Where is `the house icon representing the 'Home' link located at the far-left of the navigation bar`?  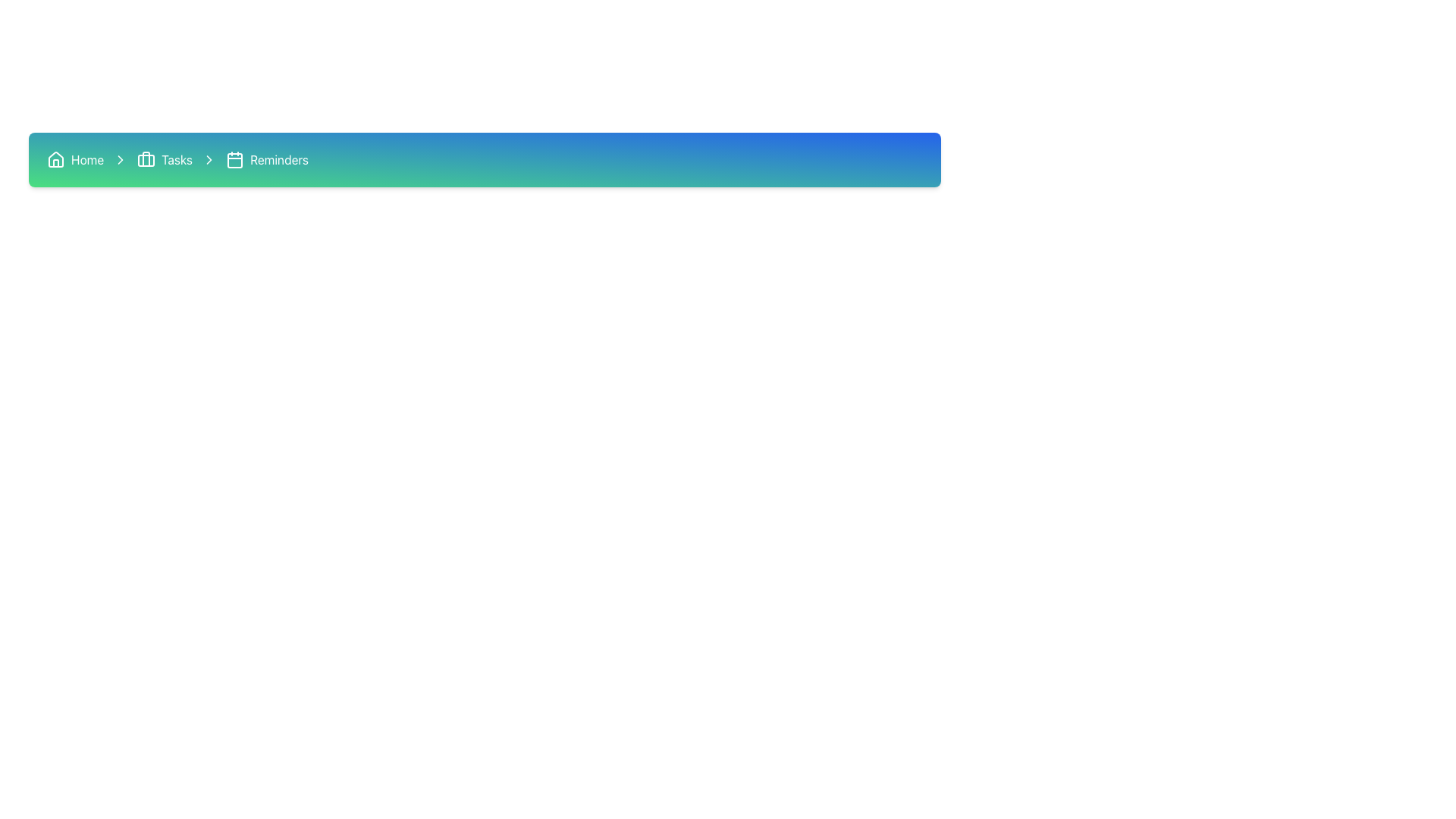 the house icon representing the 'Home' link located at the far-left of the navigation bar is located at coordinates (55, 160).